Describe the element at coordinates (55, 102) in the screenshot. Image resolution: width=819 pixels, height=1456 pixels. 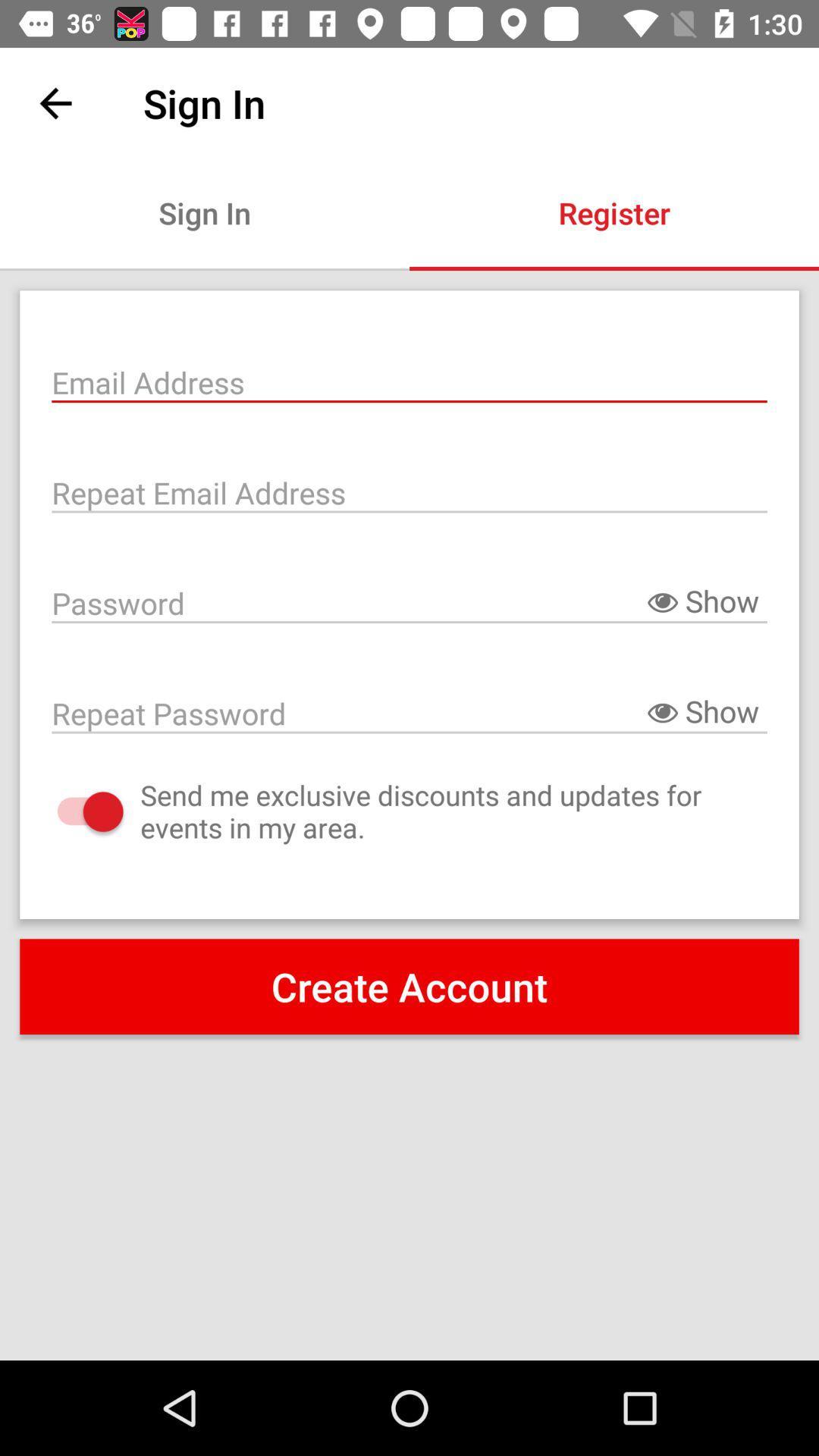
I see `go back` at that location.